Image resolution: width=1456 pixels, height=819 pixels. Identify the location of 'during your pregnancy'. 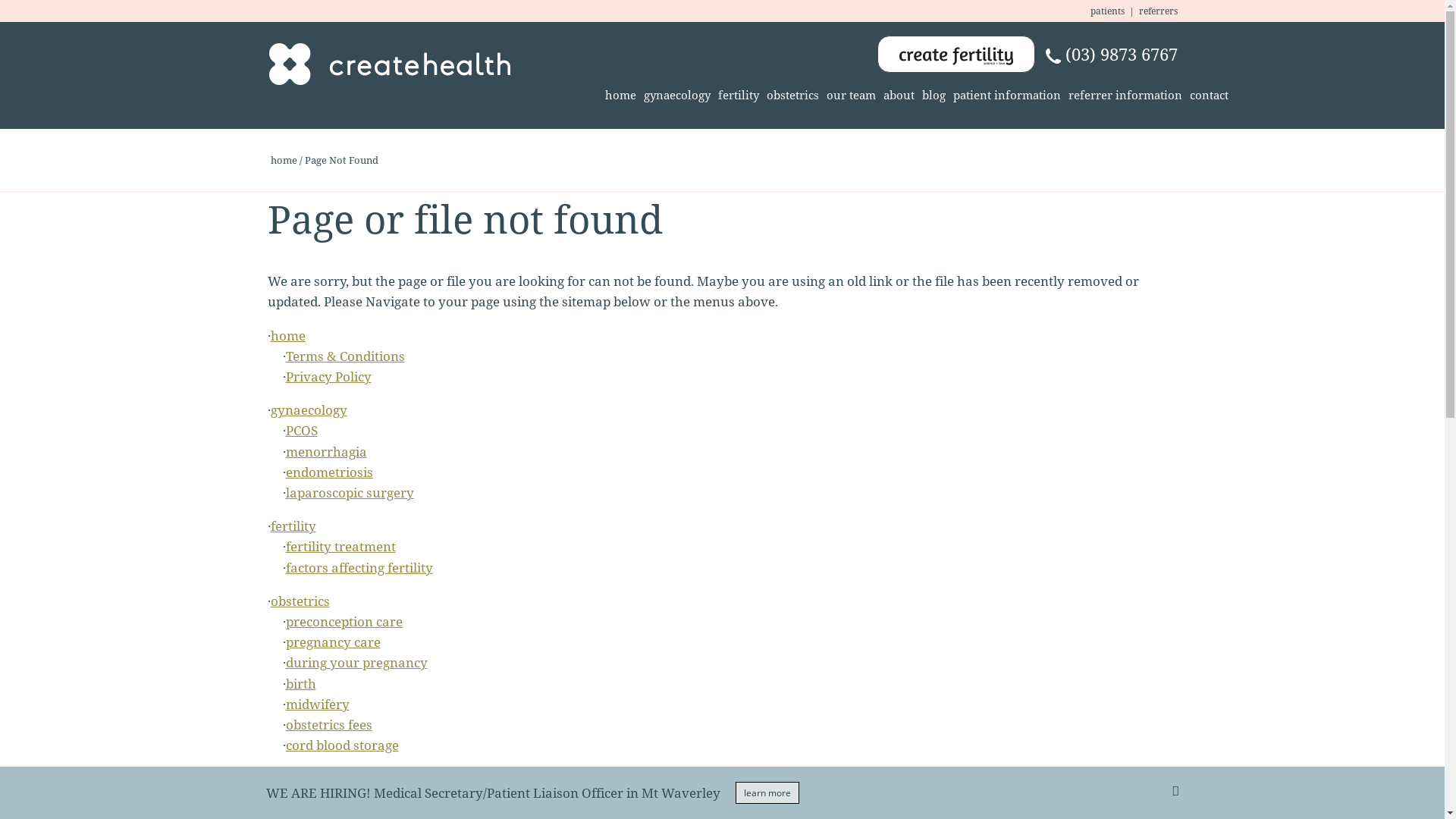
(284, 661).